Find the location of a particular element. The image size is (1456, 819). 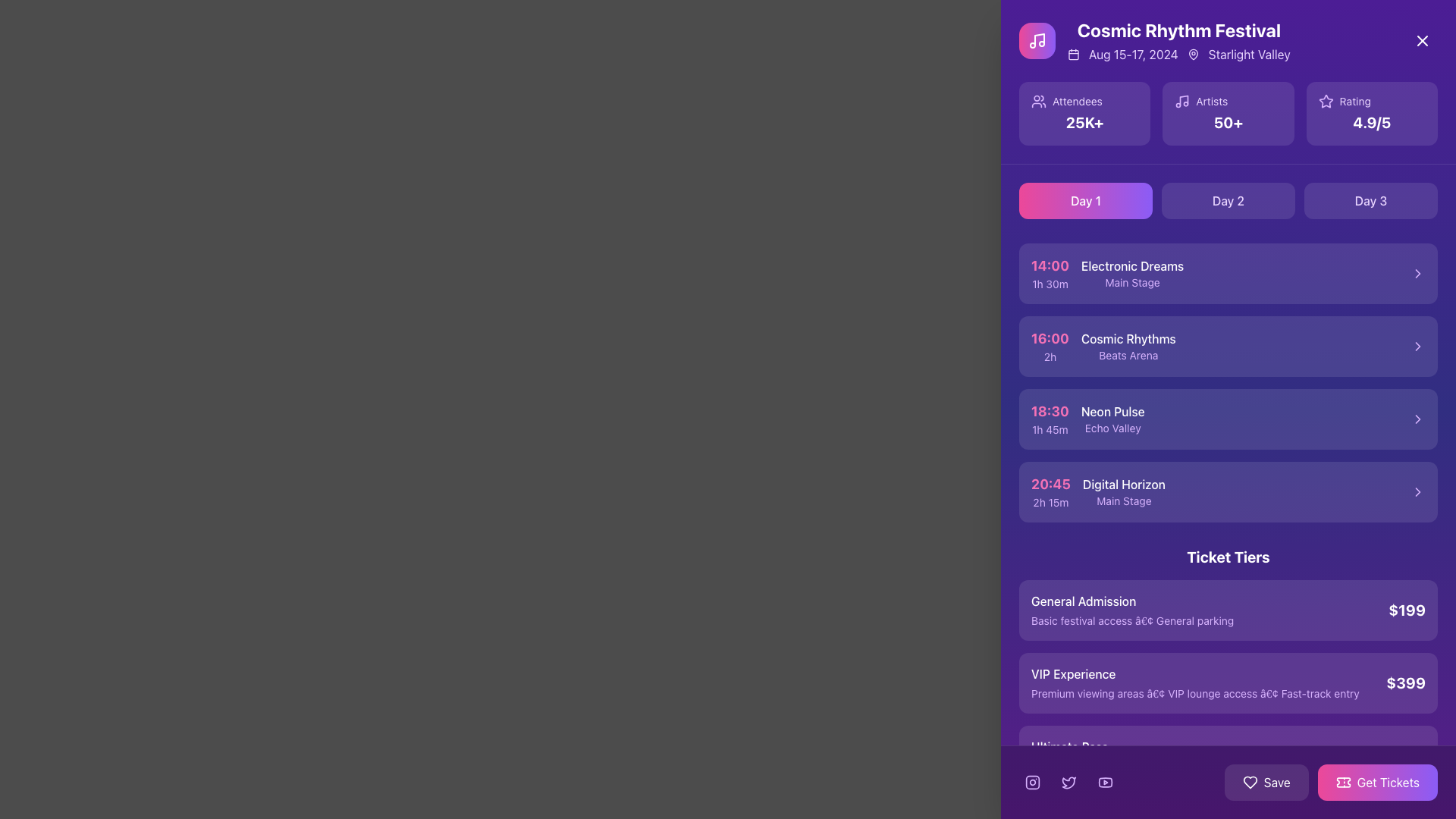

the Text Label indicating the duration of the 'Neon Pulse' event, which is located below the starting time '18:30' in the event listing on the schedule card is located at coordinates (1049, 430).